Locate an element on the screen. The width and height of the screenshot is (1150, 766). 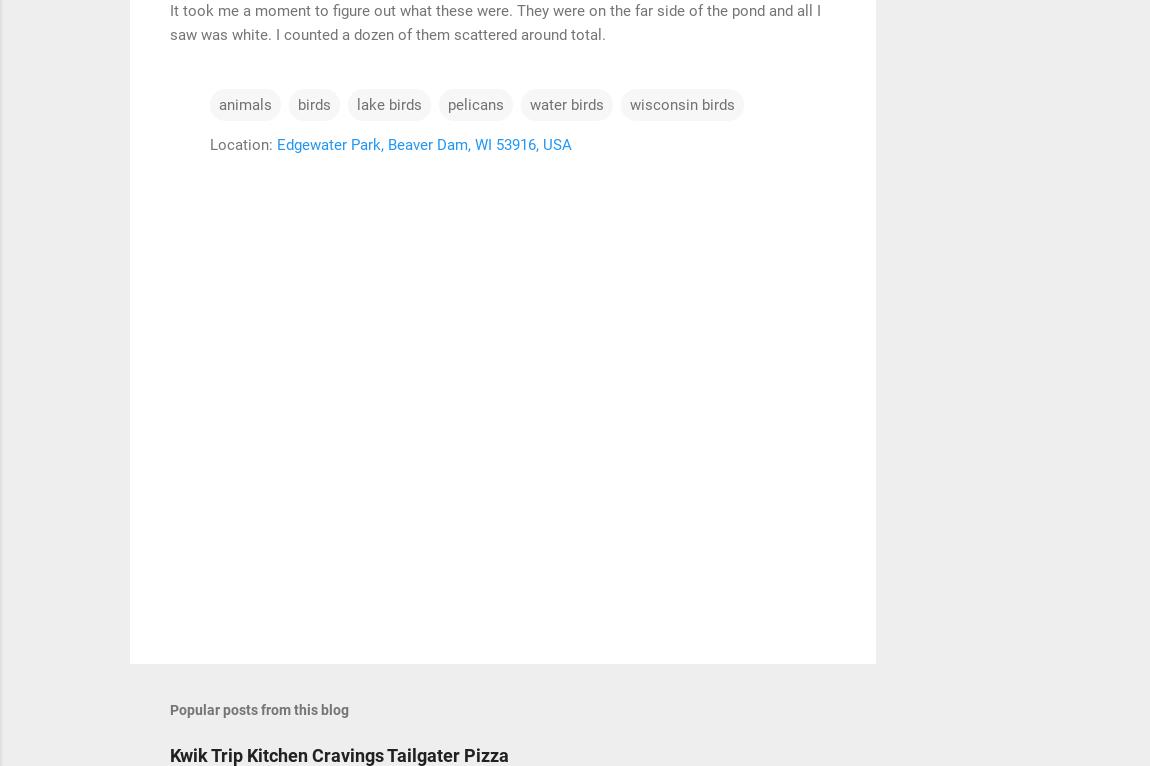
'animals' is located at coordinates (244, 103).